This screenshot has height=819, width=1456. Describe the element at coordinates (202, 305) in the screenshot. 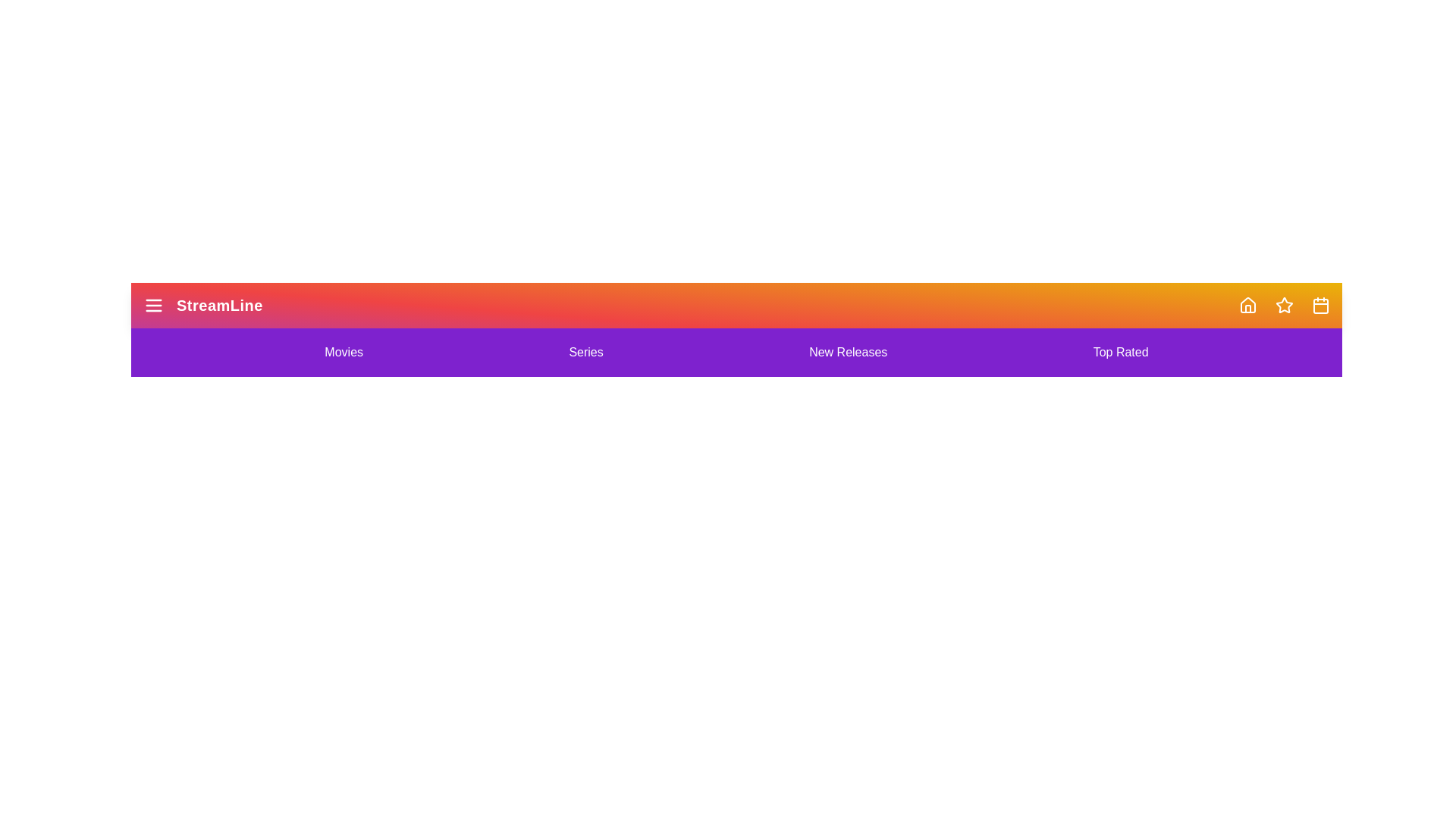

I see `the StreamLine header text` at that location.